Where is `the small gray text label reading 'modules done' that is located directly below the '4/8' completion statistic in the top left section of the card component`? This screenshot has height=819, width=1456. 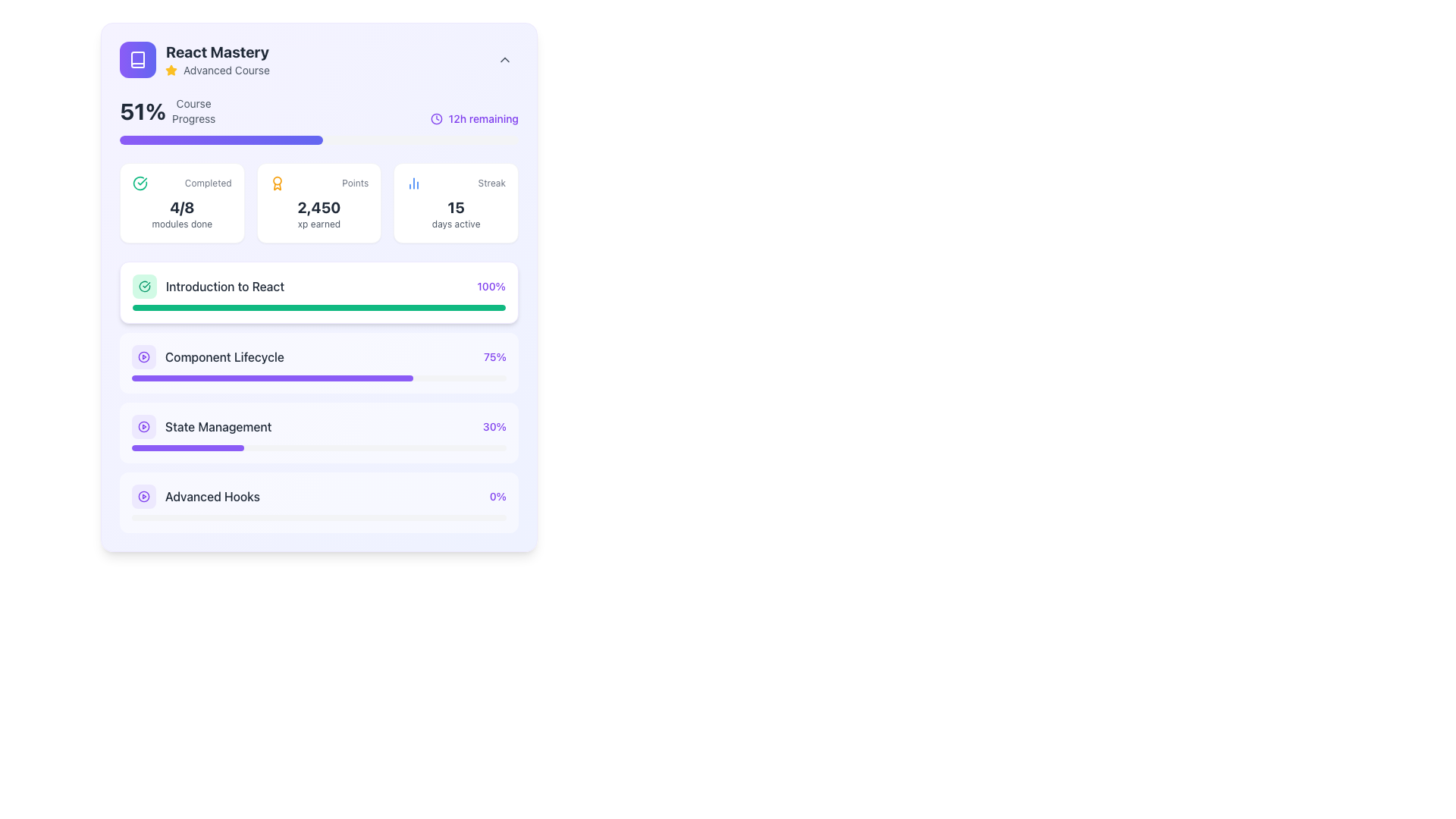
the small gray text label reading 'modules done' that is located directly below the '4/8' completion statistic in the top left section of the card component is located at coordinates (182, 224).